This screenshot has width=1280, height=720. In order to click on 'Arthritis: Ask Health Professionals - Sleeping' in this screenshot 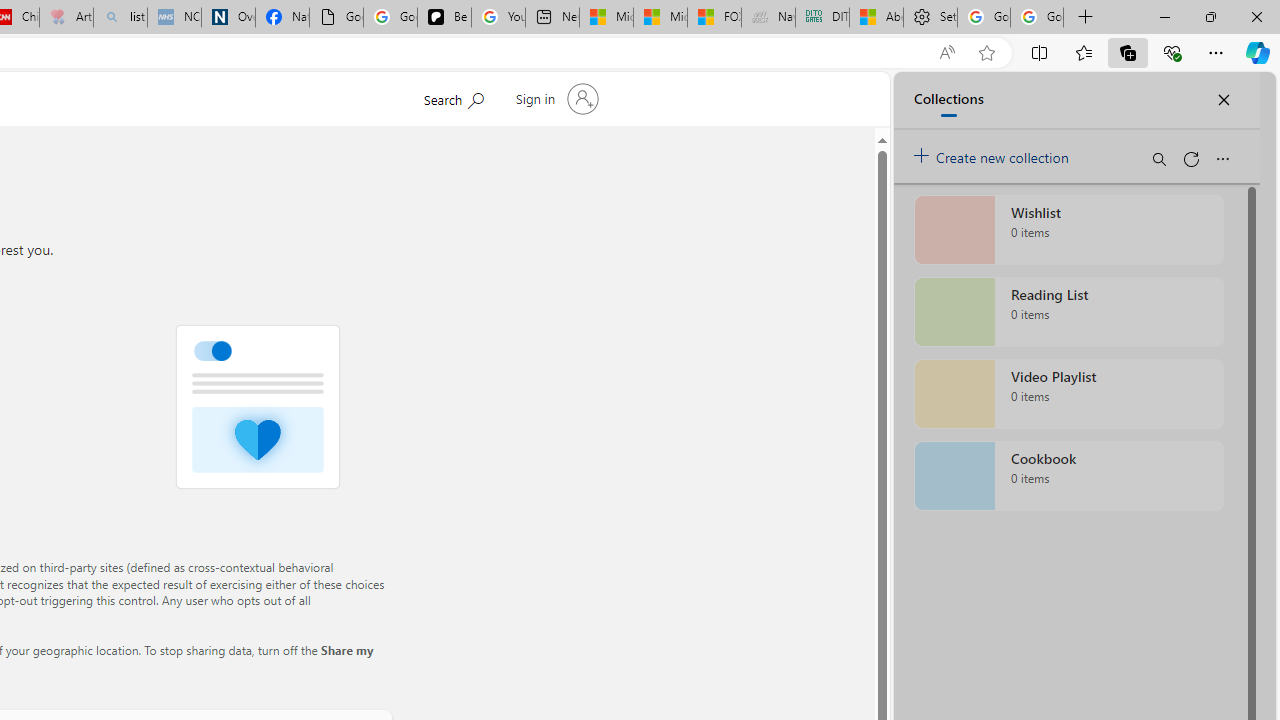, I will do `click(66, 17)`.